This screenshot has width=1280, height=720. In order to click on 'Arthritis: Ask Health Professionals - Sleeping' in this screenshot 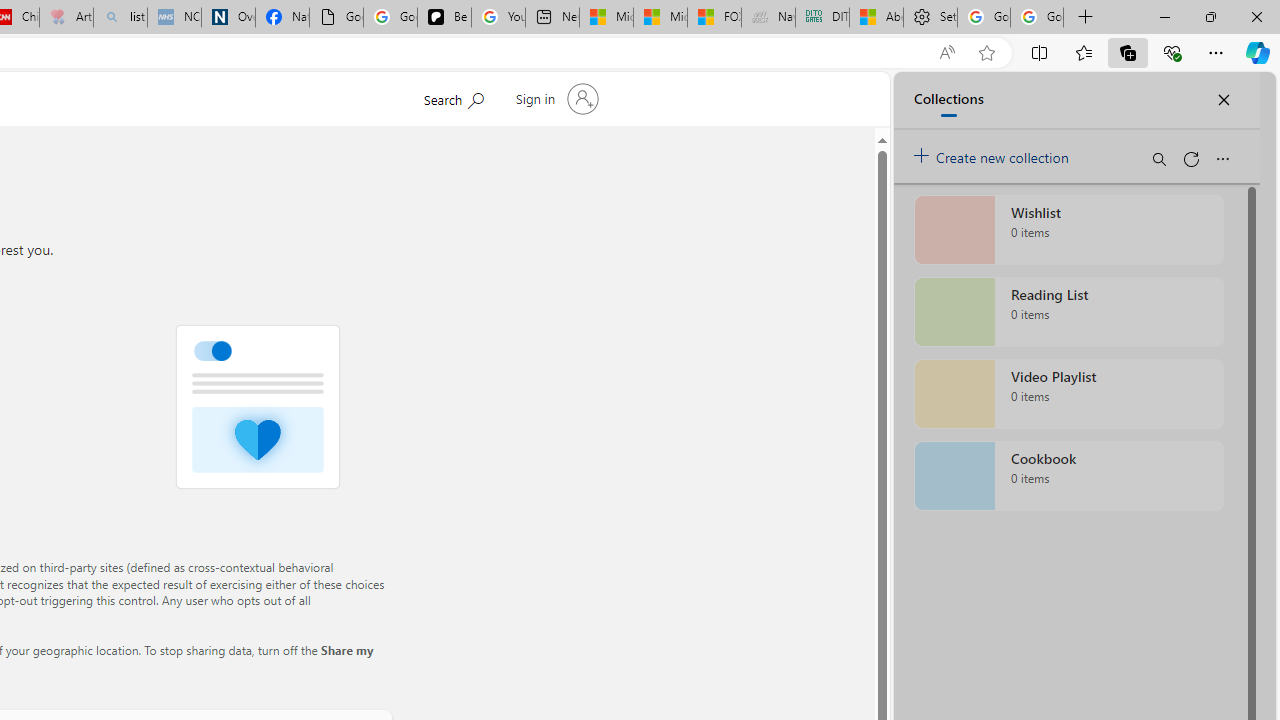, I will do `click(66, 17)`.